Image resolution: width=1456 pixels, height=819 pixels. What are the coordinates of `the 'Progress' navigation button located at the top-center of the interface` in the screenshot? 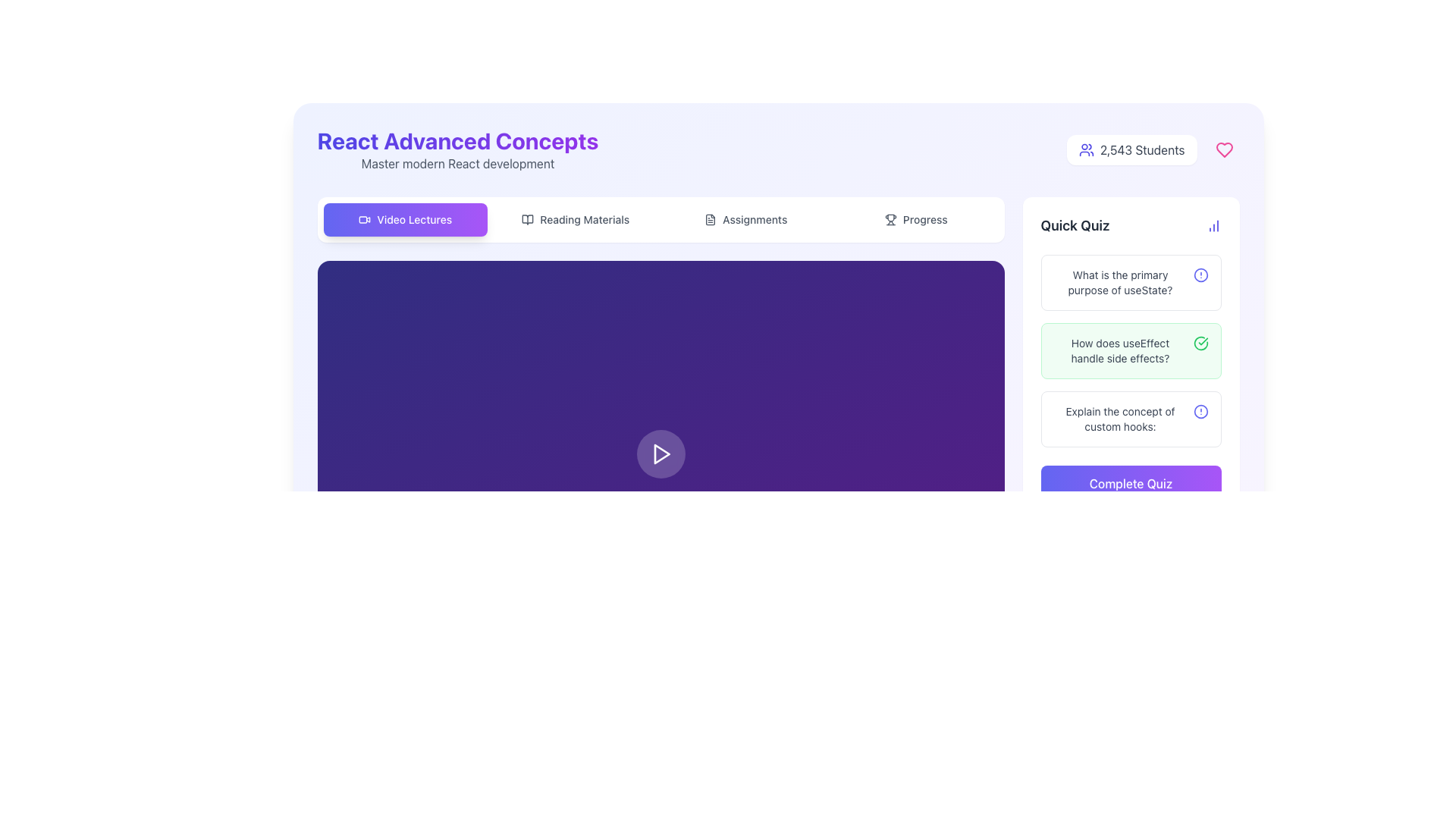 It's located at (915, 219).